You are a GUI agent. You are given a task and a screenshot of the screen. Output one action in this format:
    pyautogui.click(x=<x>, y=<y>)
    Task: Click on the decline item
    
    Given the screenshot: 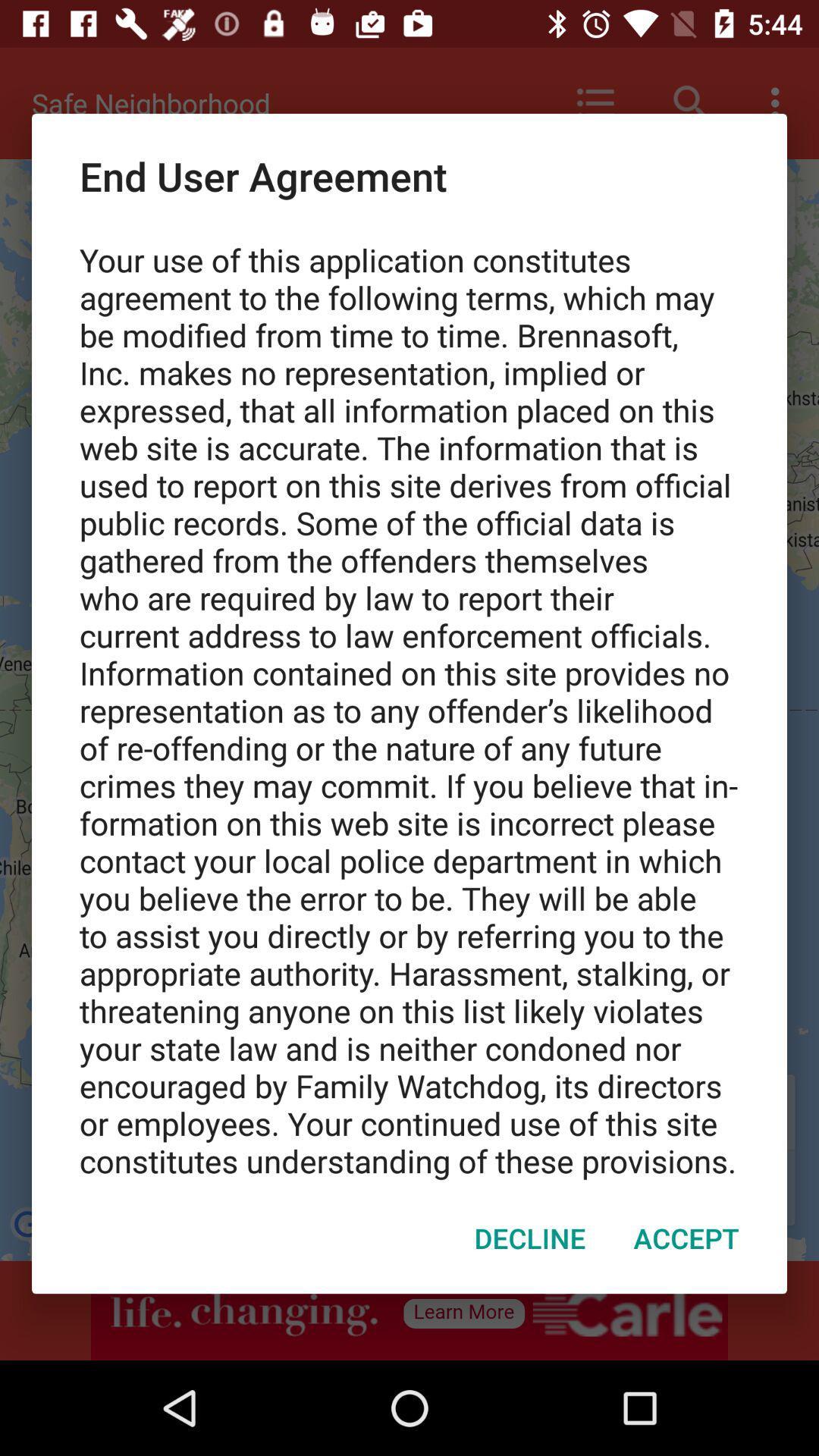 What is the action you would take?
    pyautogui.click(x=529, y=1238)
    